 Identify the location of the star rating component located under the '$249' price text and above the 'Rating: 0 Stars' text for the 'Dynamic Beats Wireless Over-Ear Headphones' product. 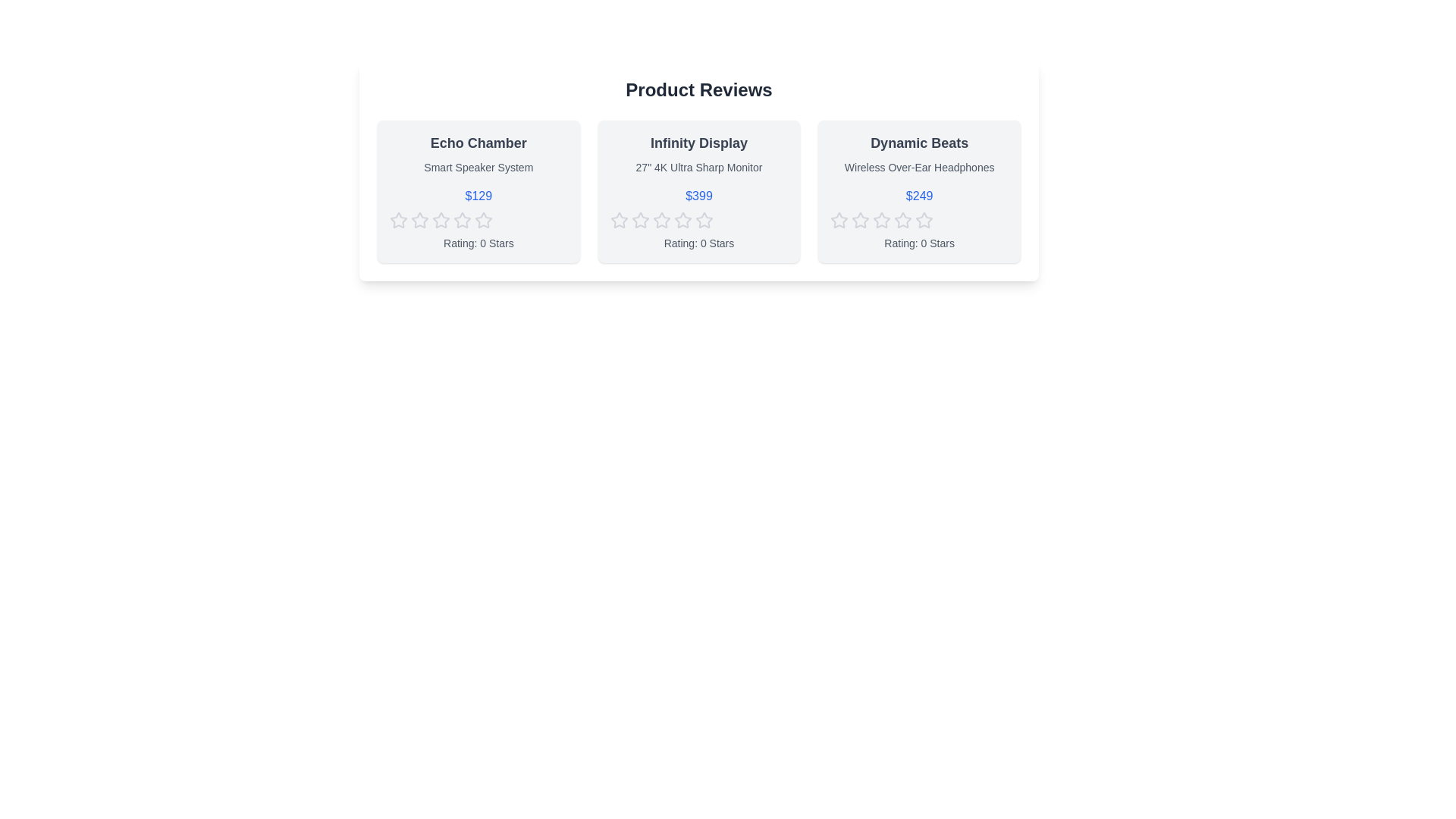
(918, 220).